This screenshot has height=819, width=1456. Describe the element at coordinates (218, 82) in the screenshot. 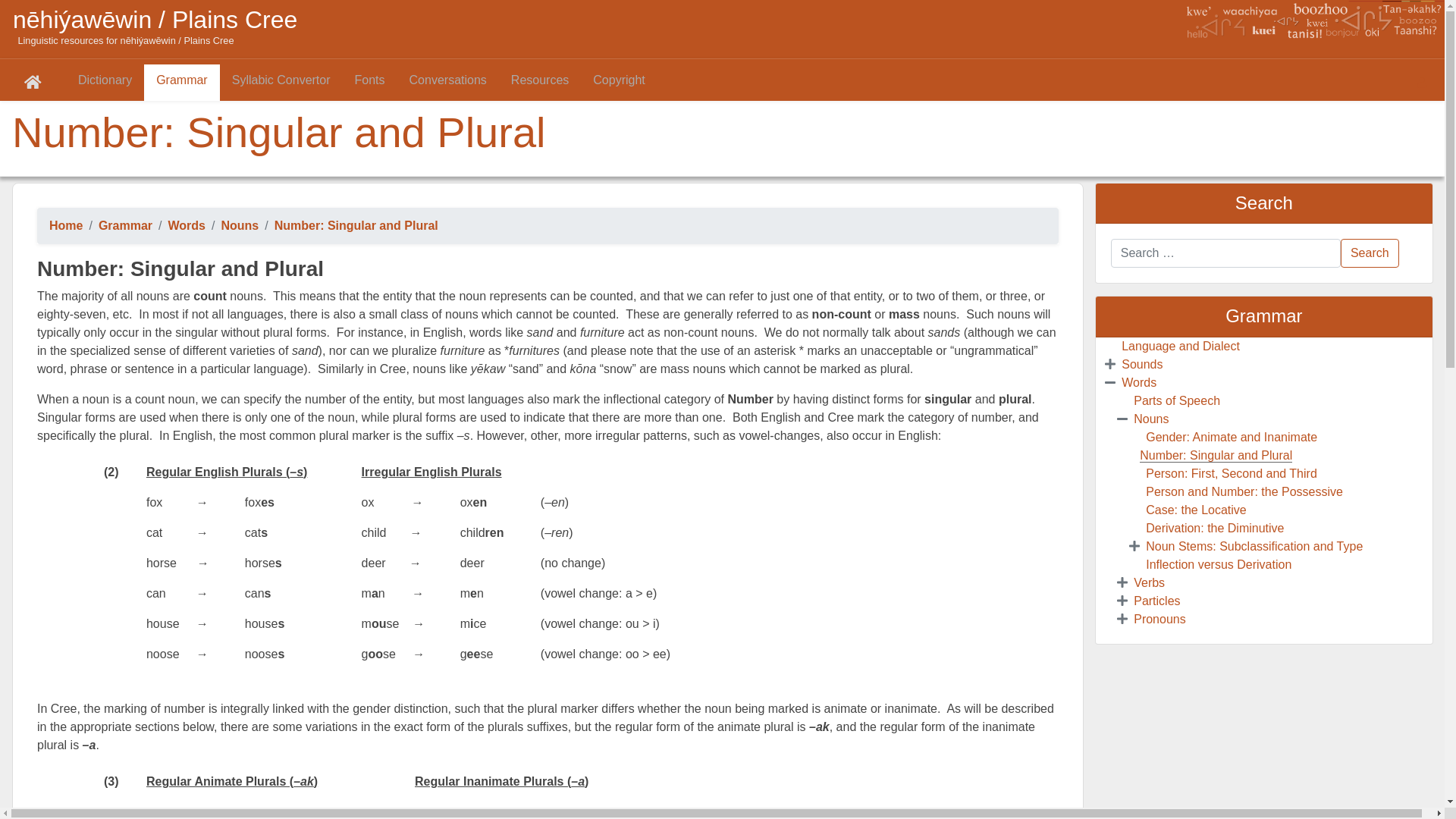

I see `'Syllabic Convertor'` at that location.